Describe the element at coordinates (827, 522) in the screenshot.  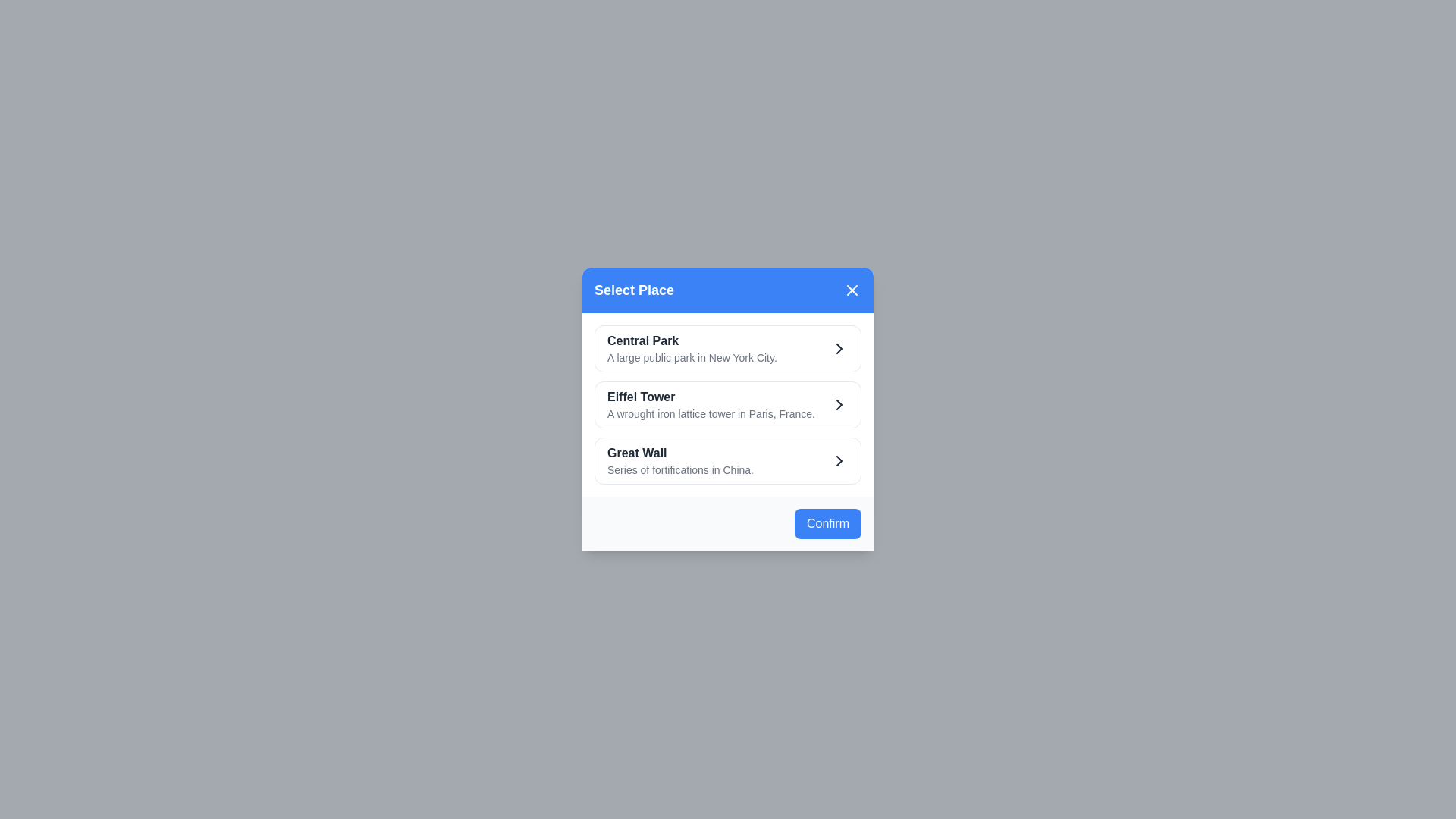
I see `the Confirm button to confirm the selected place` at that location.